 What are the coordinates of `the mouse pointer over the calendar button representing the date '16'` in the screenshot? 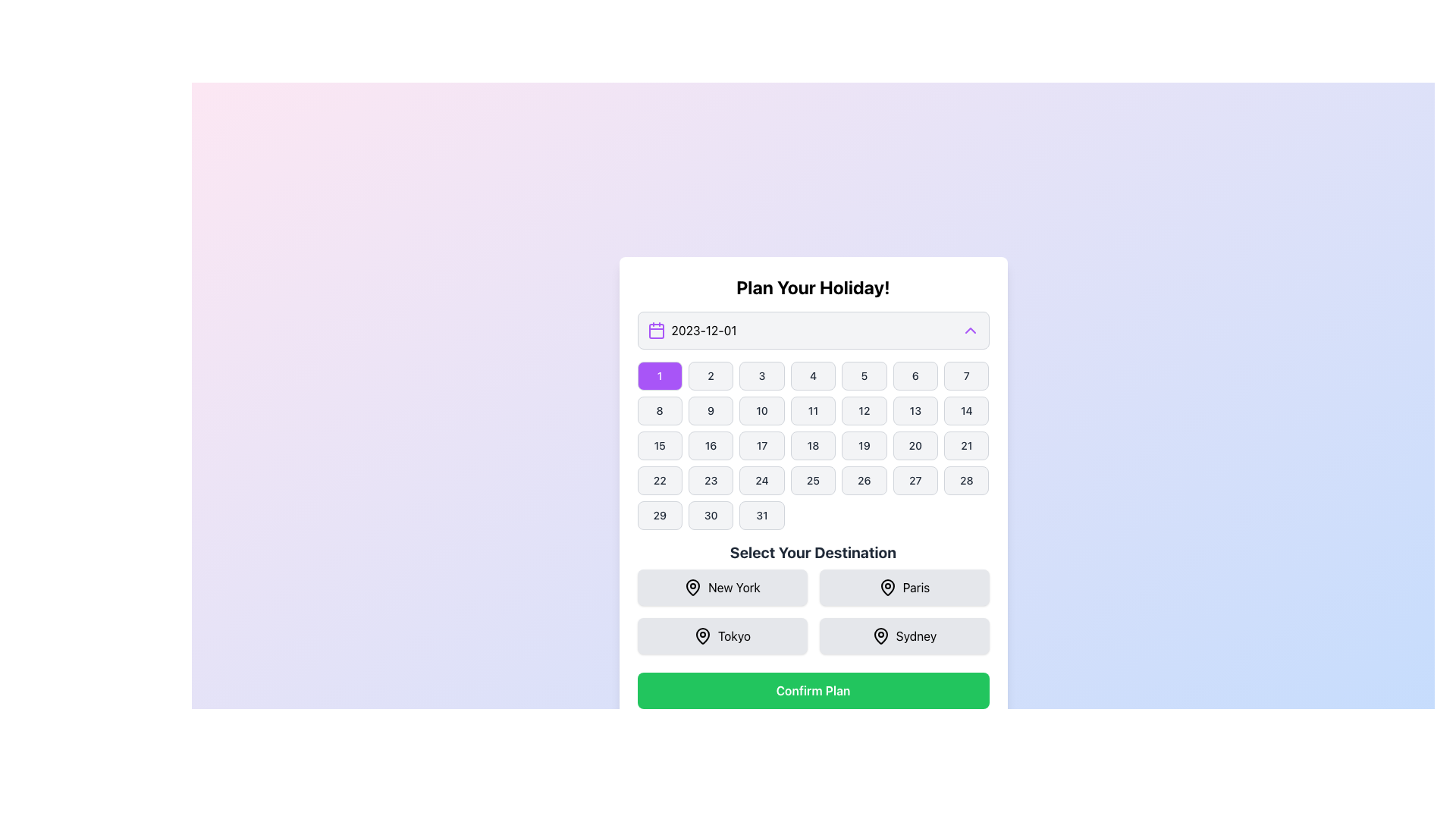 It's located at (710, 444).